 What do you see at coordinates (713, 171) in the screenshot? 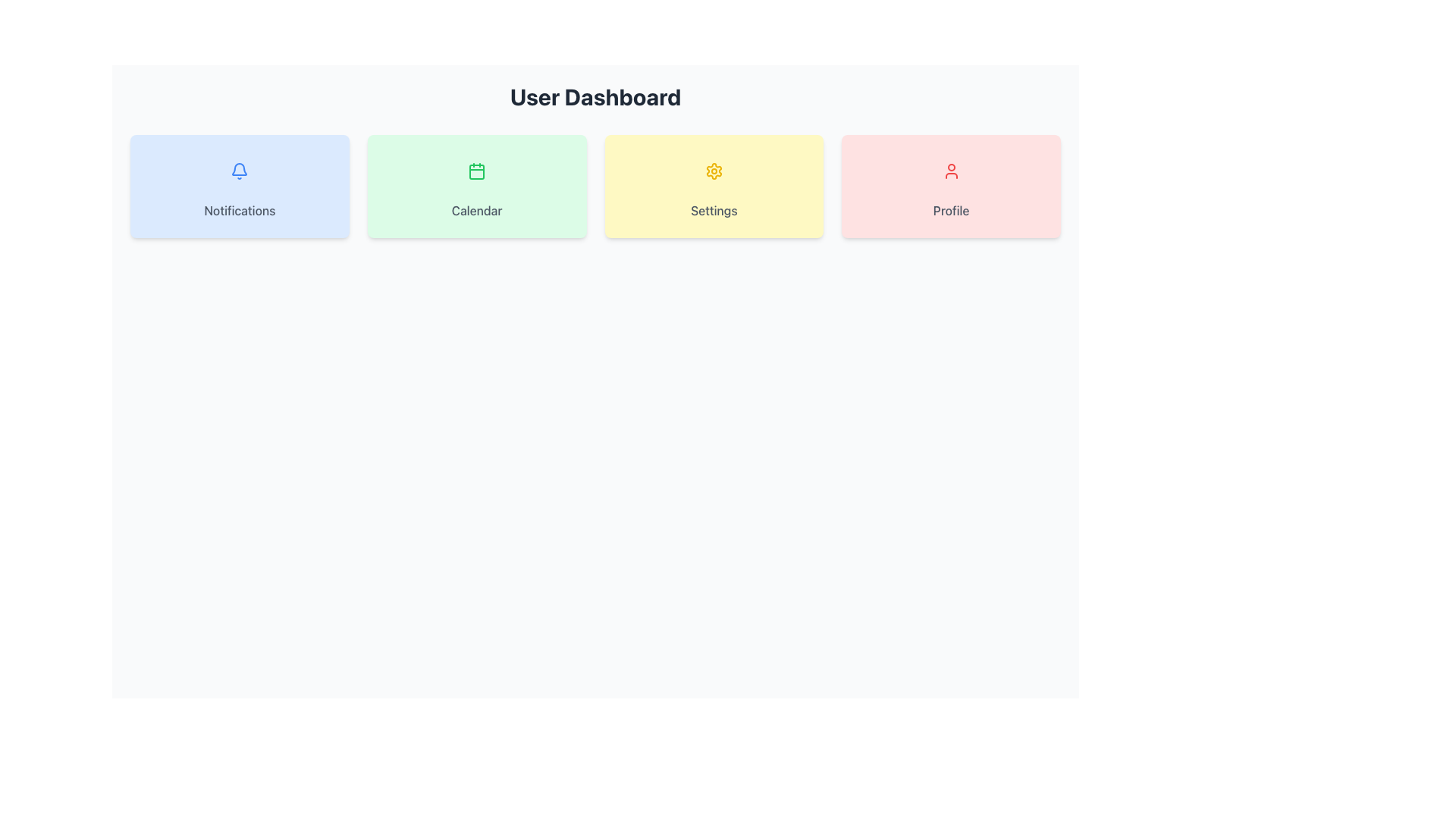
I see `the gear icon representing settings functionality, which is styled in yellow and located centrally within the 'Settings' card` at bounding box center [713, 171].